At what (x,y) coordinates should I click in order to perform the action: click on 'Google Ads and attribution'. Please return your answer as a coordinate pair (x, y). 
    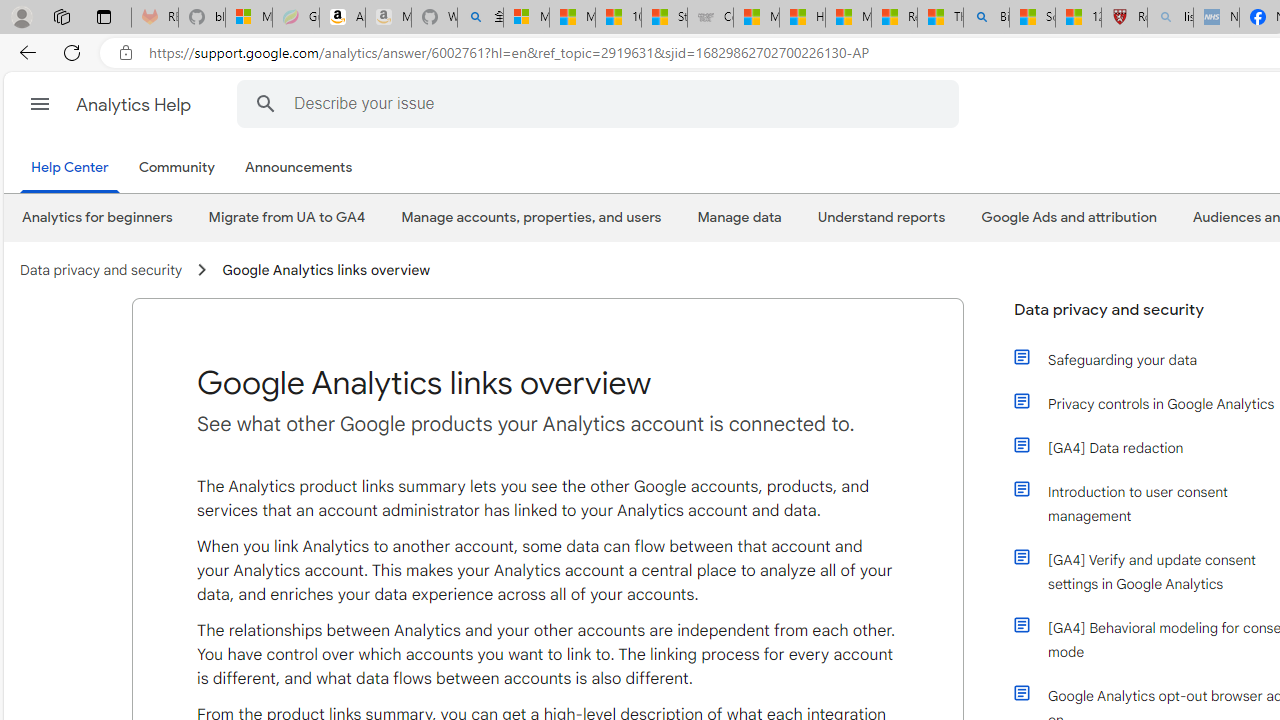
    Looking at the image, I should click on (1067, 217).